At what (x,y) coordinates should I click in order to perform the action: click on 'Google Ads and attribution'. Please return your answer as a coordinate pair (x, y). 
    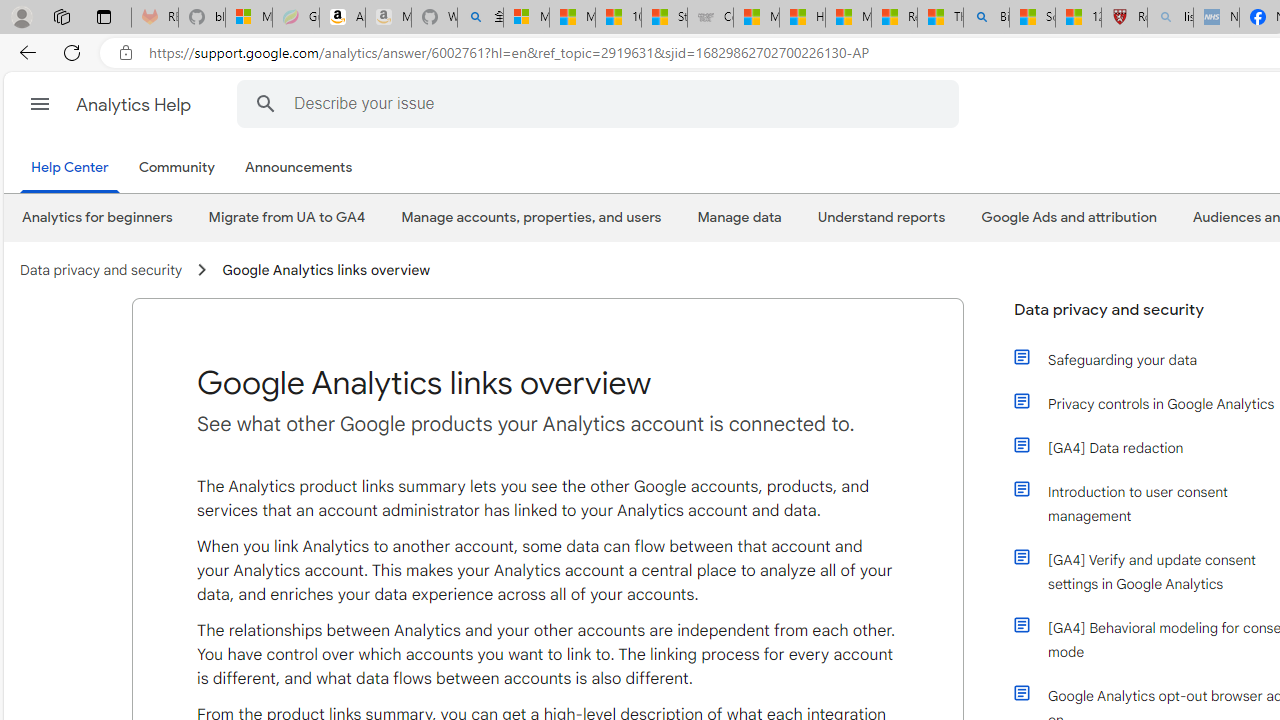
    Looking at the image, I should click on (1067, 217).